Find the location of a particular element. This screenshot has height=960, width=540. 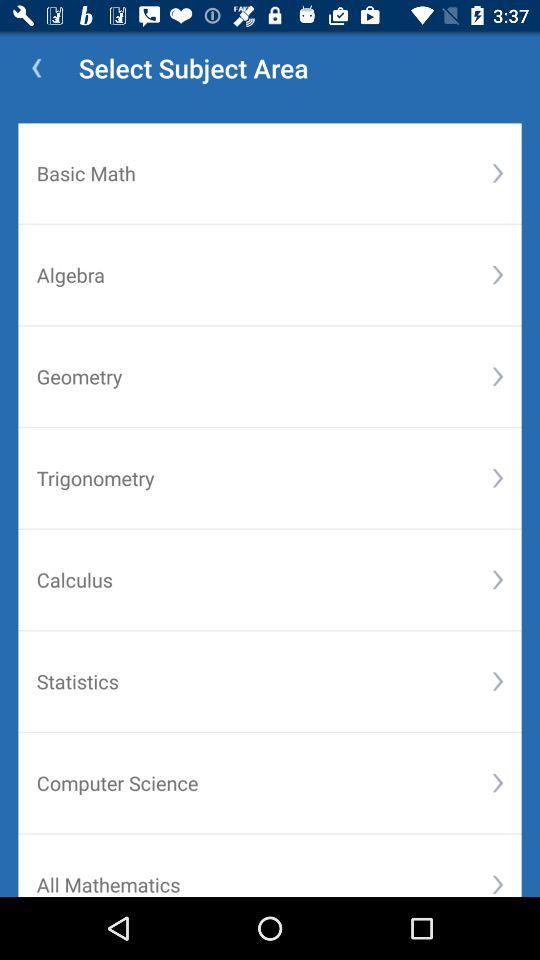

item below basic math icon is located at coordinates (496, 274).